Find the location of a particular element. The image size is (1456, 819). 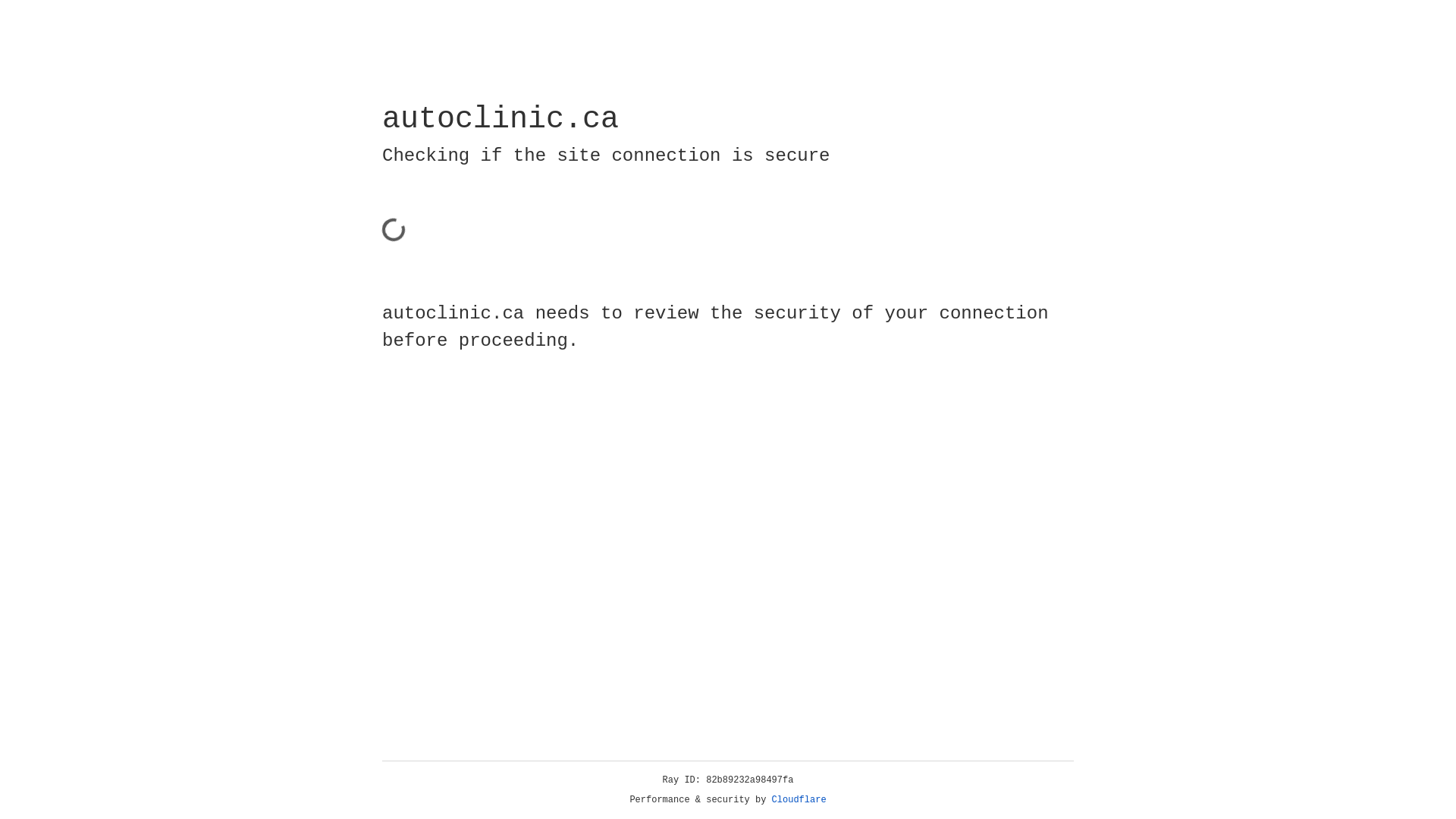

'Cloudflare' is located at coordinates (799, 799).